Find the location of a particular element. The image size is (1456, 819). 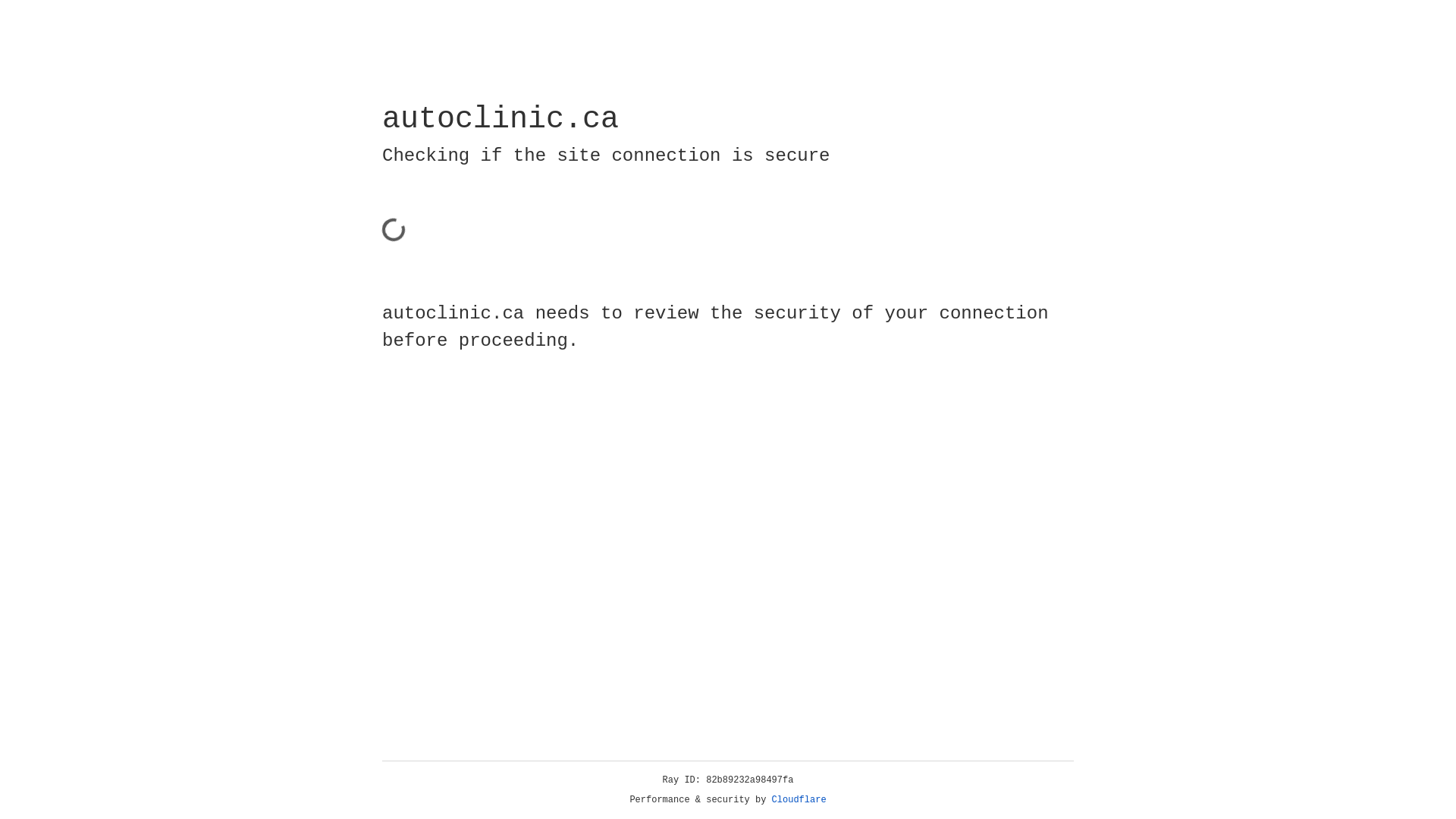

'Cloudflare' is located at coordinates (799, 799).